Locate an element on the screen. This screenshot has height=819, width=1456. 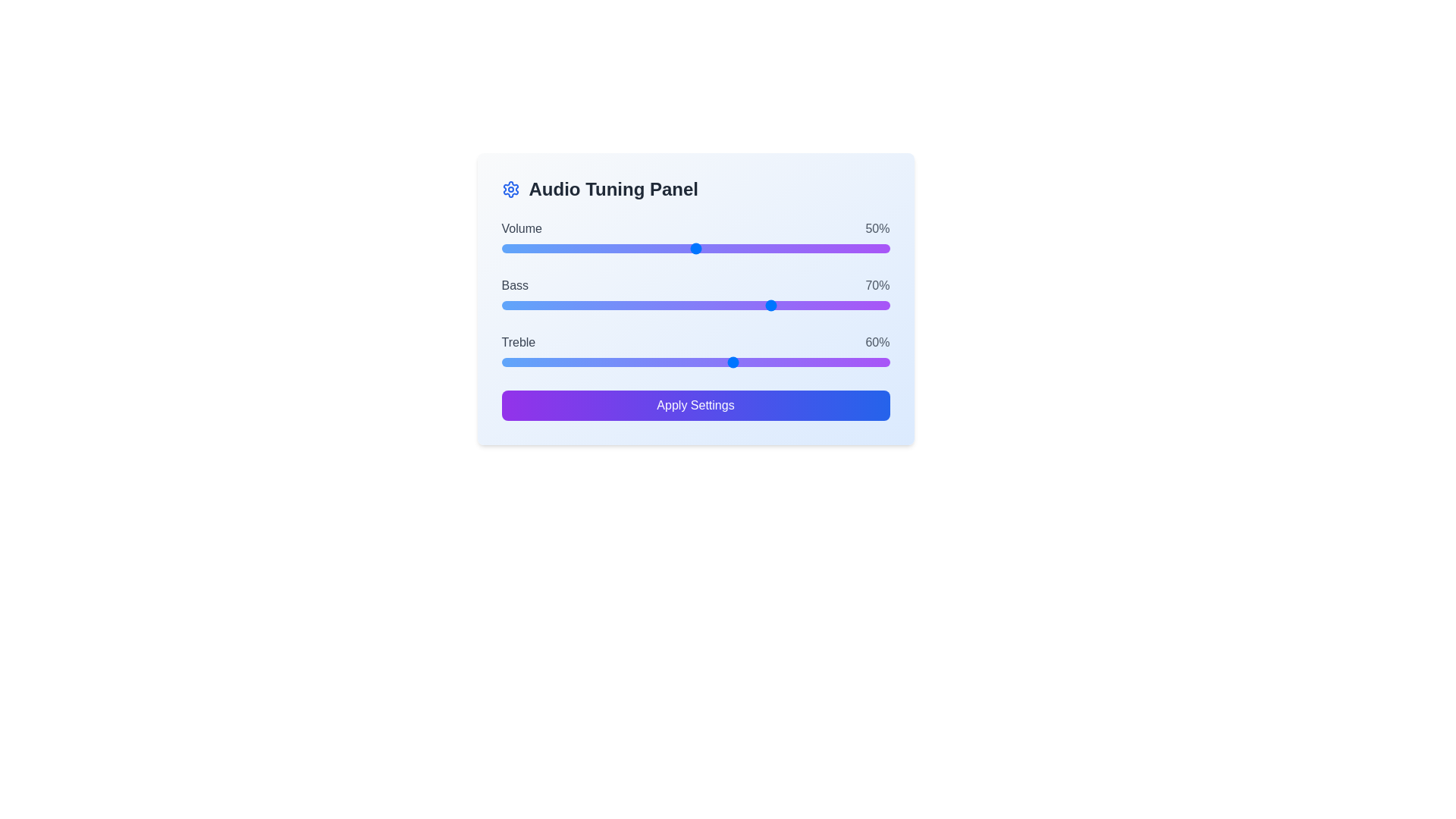
the slider's value is located at coordinates (633, 362).